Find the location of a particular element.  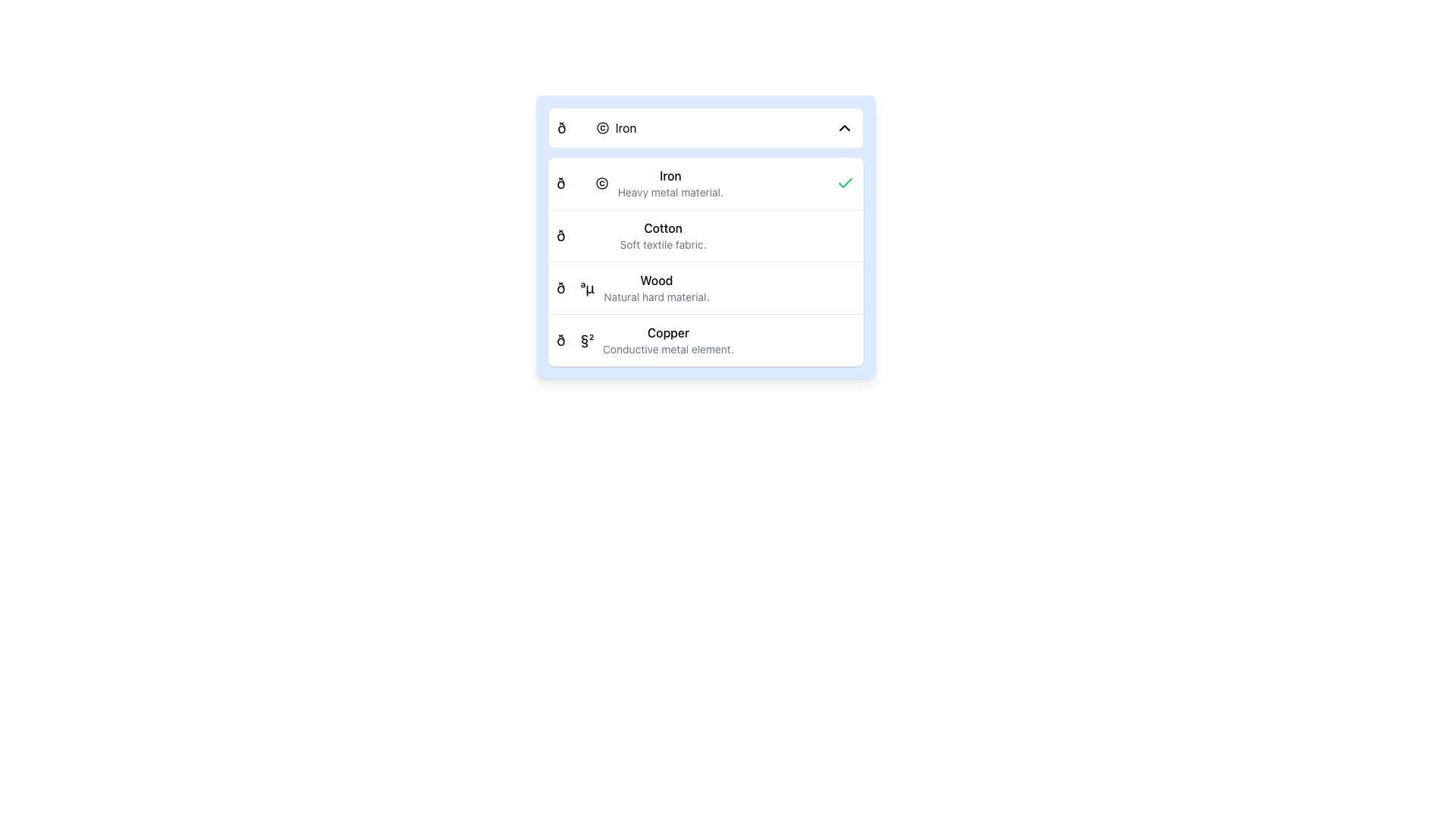

the text snippet displaying 'Soft textile fabric.' which is positioned below the bold text 'Cotton' in the list component is located at coordinates (663, 244).